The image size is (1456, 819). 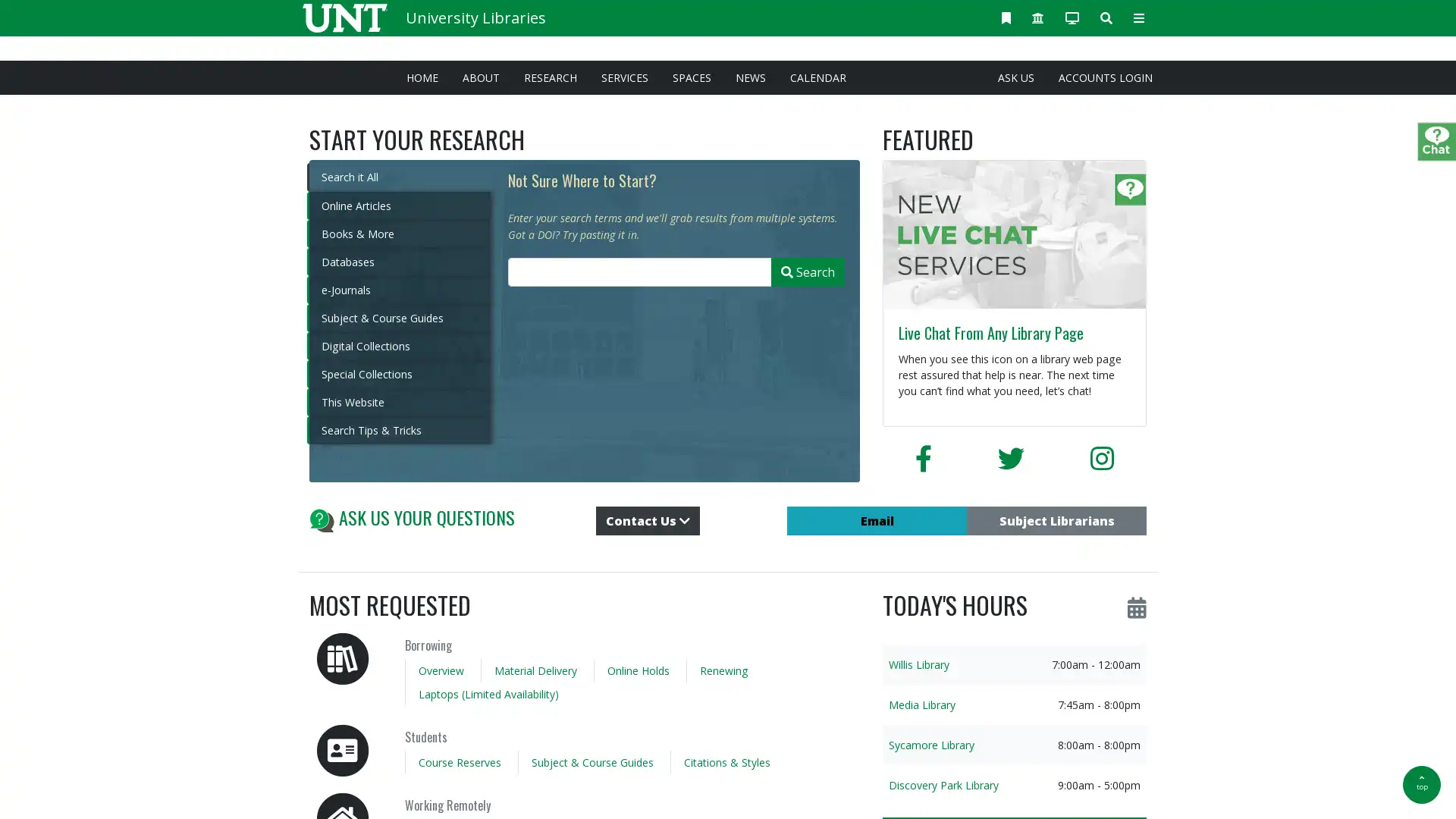 What do you see at coordinates (1006, 17) in the screenshot?
I see `Open Dialog: U N T - Quick Links` at bounding box center [1006, 17].